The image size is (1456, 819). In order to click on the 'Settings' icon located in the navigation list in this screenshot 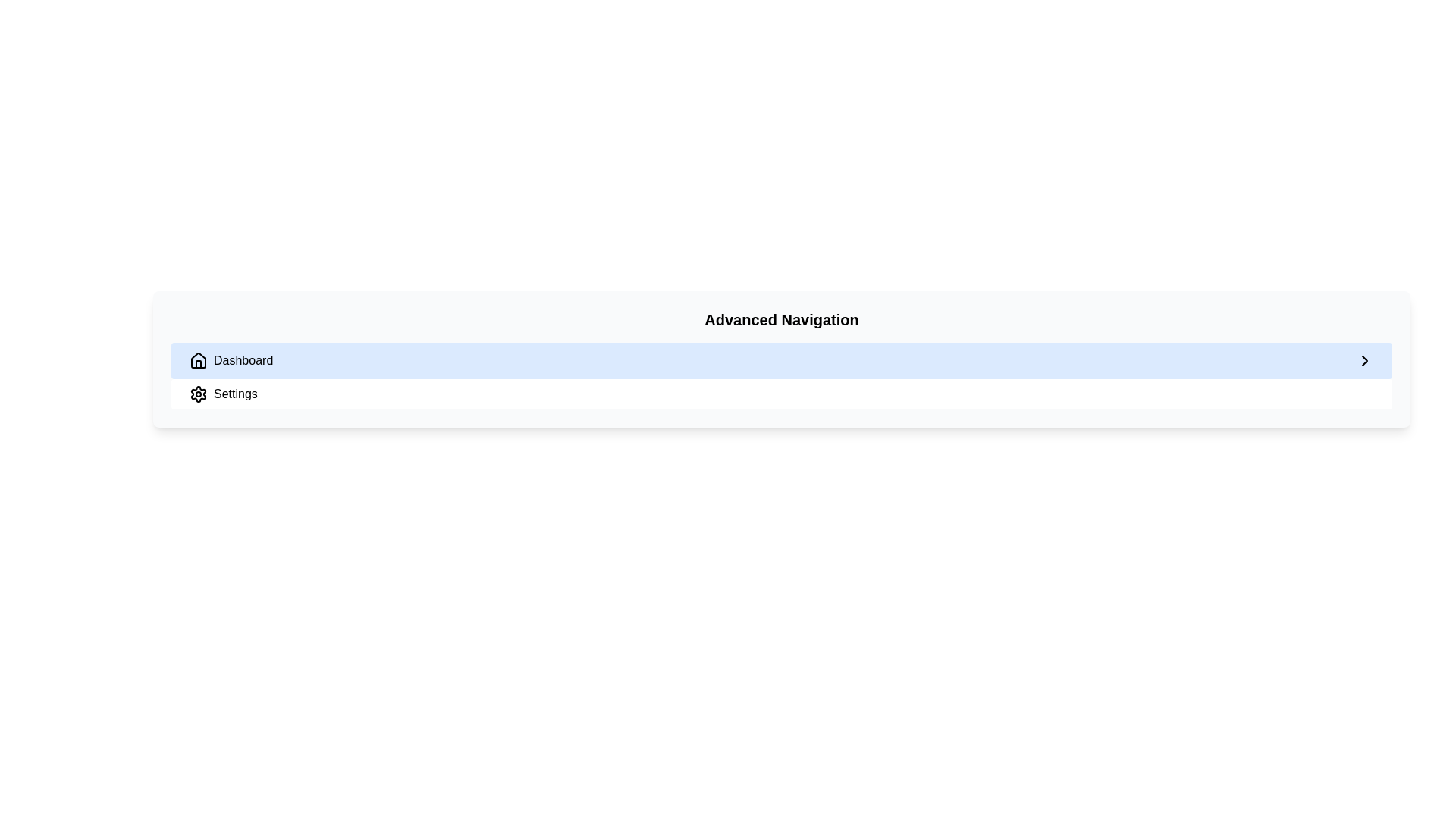, I will do `click(198, 394)`.